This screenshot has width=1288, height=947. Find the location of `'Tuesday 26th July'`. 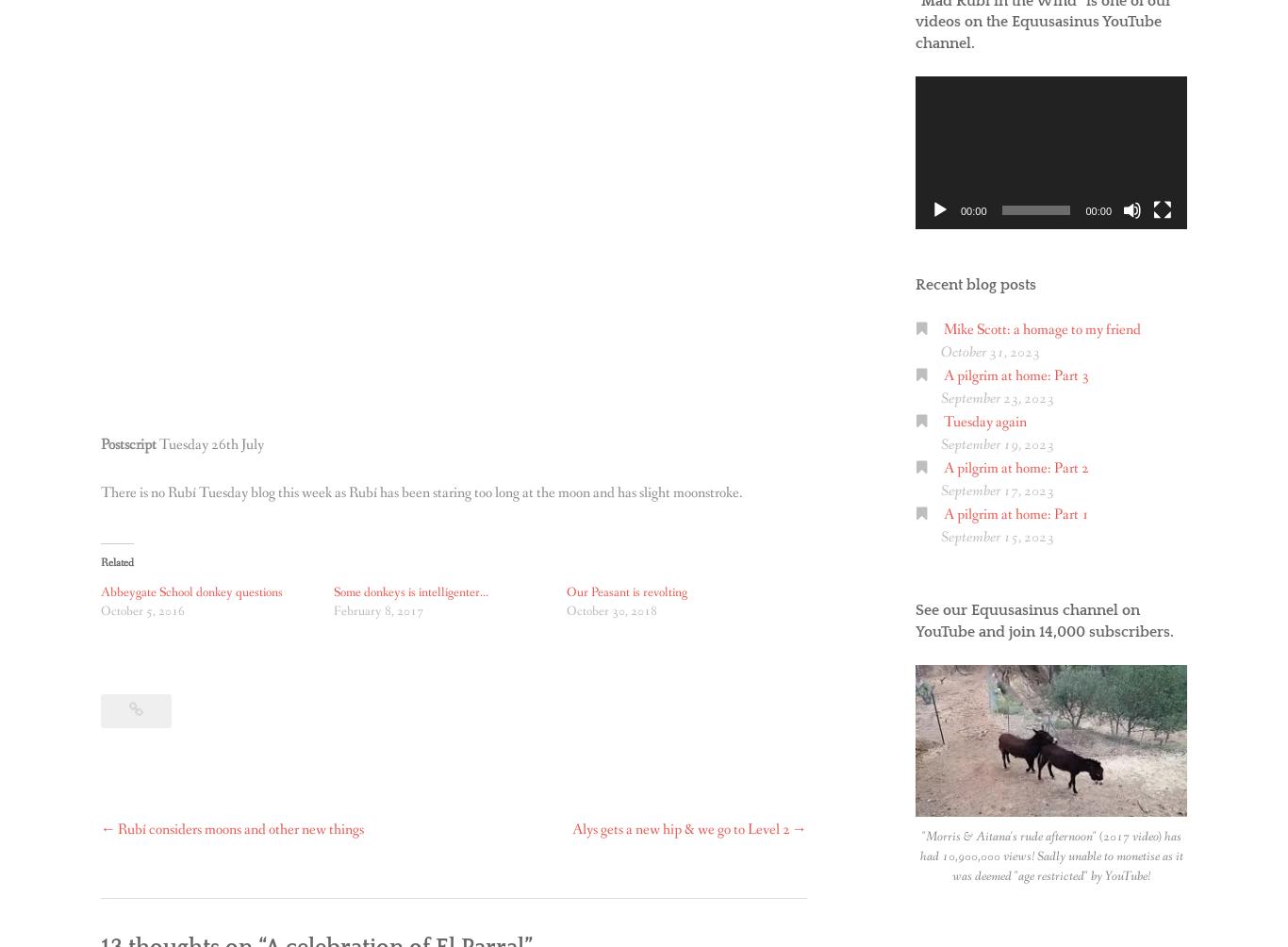

'Tuesday 26th July' is located at coordinates (210, 443).